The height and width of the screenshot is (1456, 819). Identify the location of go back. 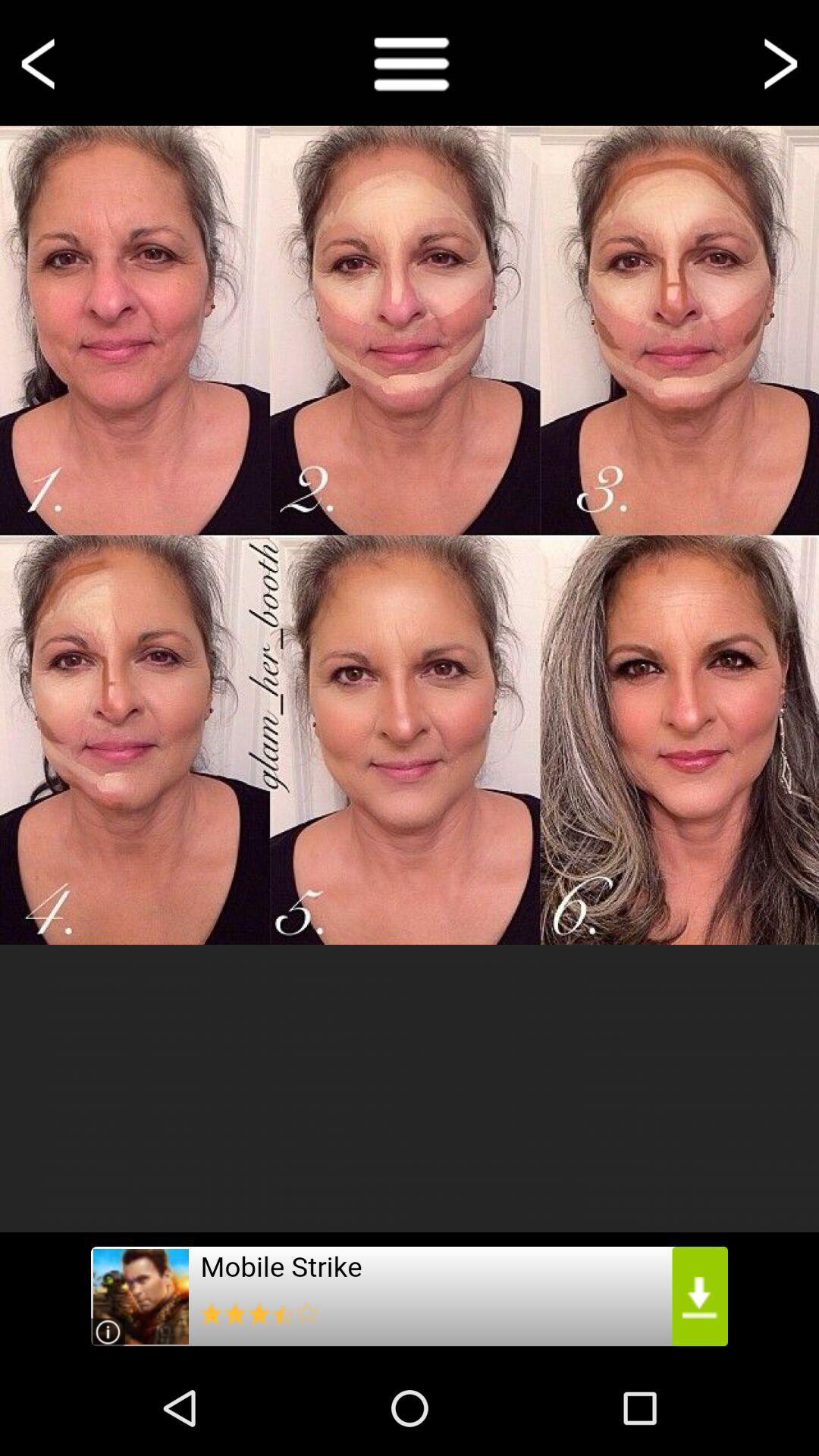
(40, 61).